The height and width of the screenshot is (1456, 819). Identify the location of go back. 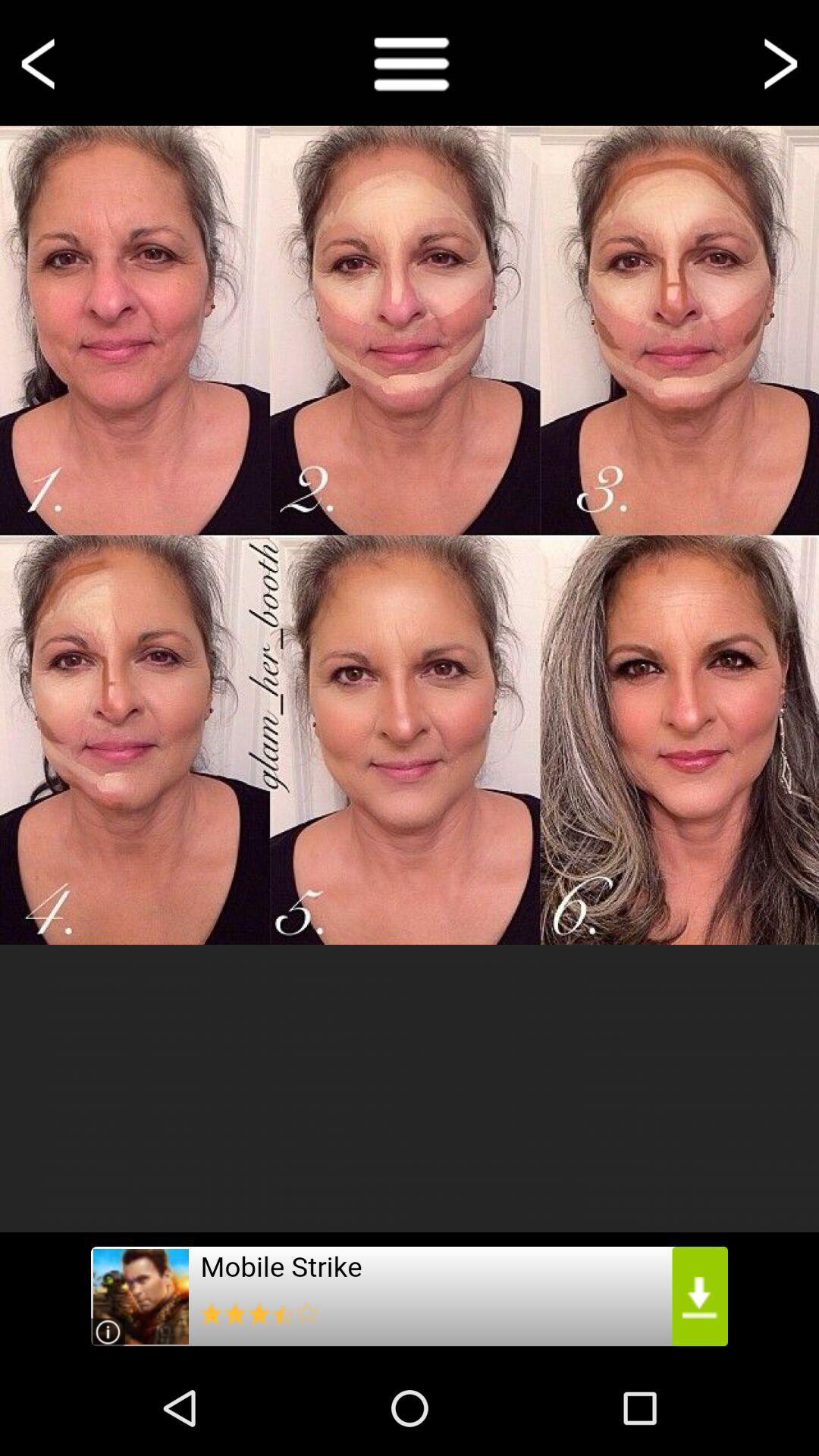
(40, 61).